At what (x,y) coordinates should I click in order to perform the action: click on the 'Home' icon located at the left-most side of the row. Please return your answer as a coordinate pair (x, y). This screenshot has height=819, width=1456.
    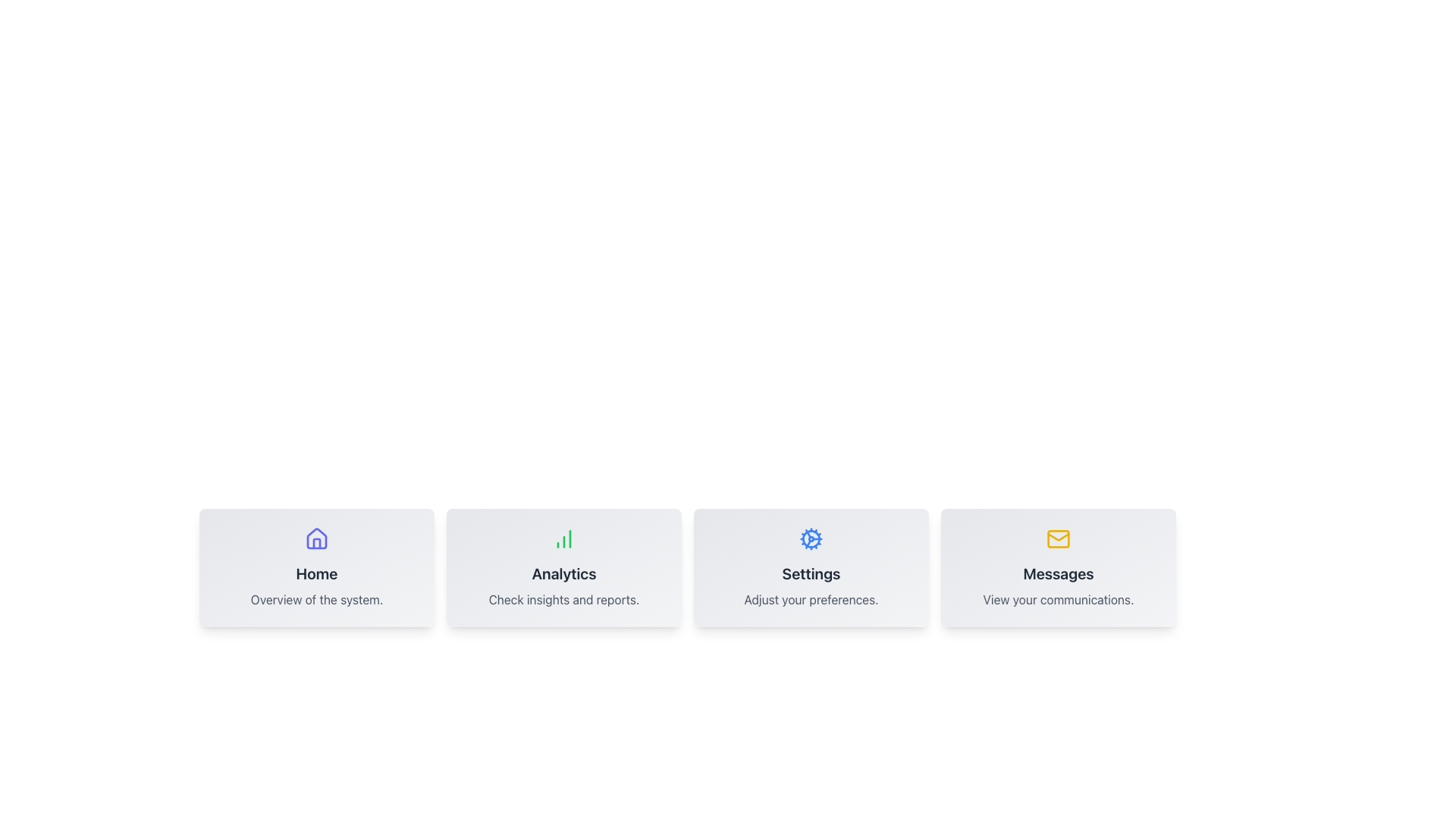
    Looking at the image, I should click on (315, 538).